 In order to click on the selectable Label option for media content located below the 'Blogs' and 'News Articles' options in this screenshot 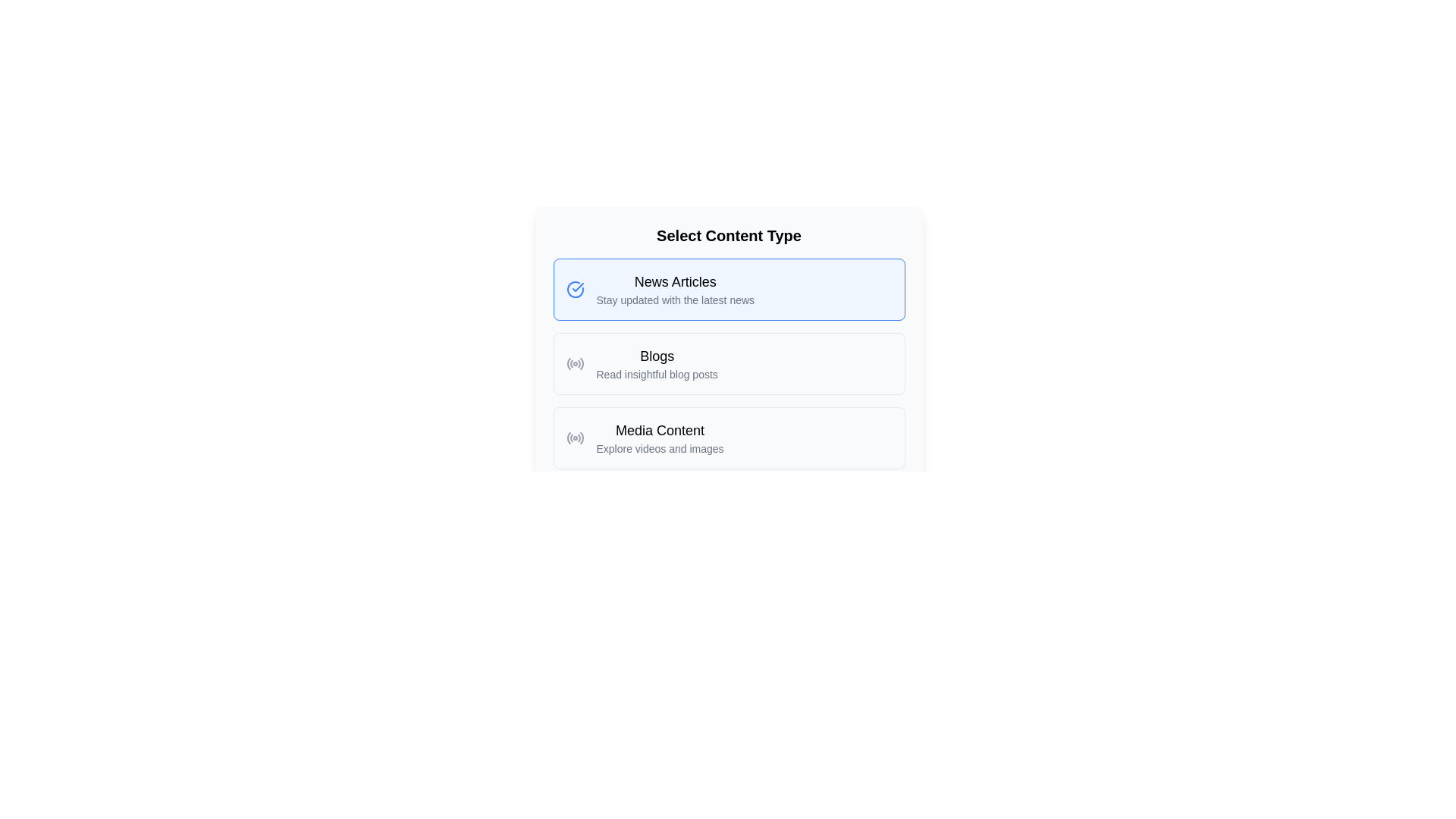, I will do `click(660, 438)`.